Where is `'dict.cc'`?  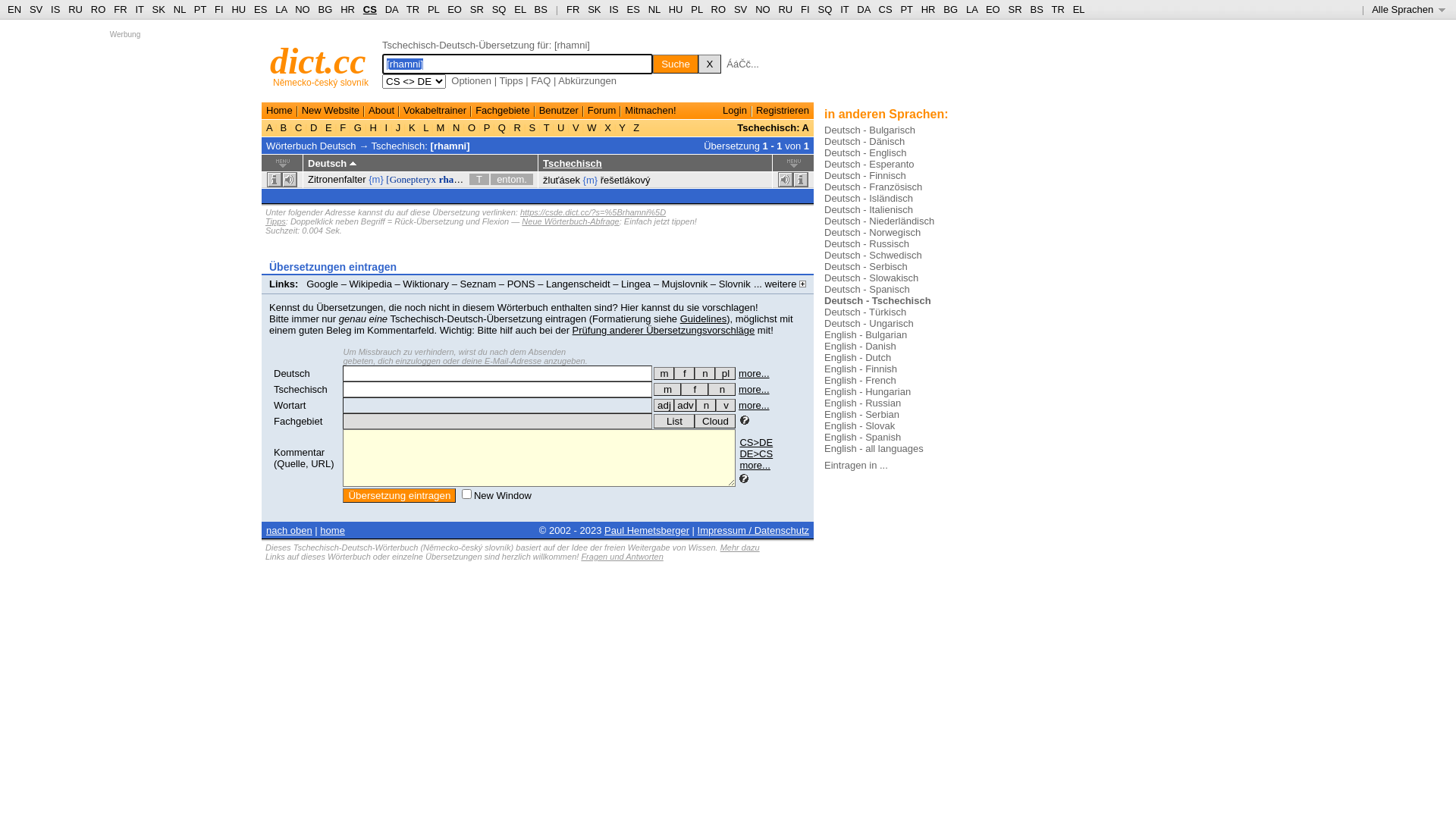
'dict.cc' is located at coordinates (317, 60).